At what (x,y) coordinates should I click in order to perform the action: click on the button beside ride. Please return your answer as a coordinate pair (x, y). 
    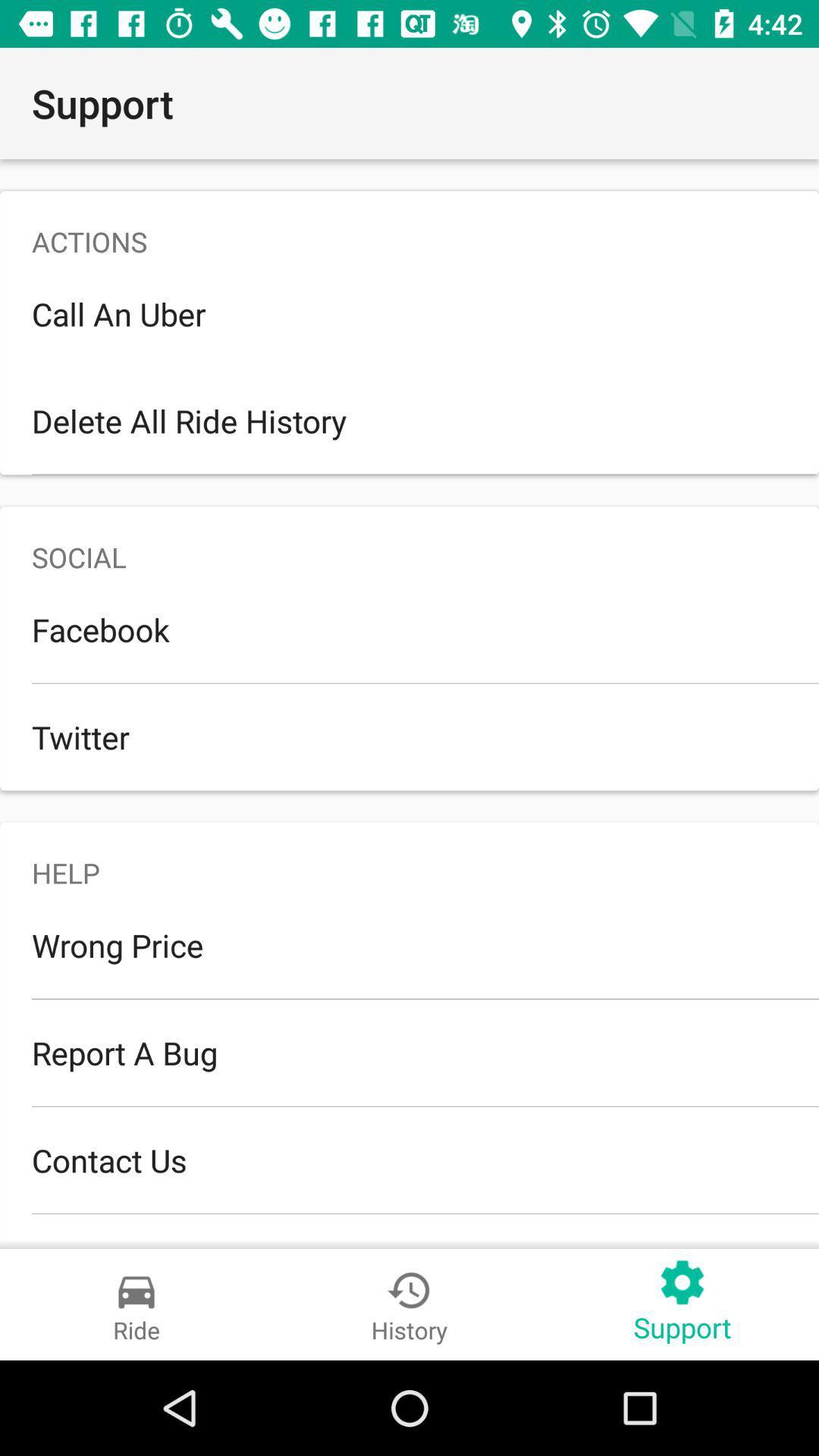
    Looking at the image, I should click on (409, 1304).